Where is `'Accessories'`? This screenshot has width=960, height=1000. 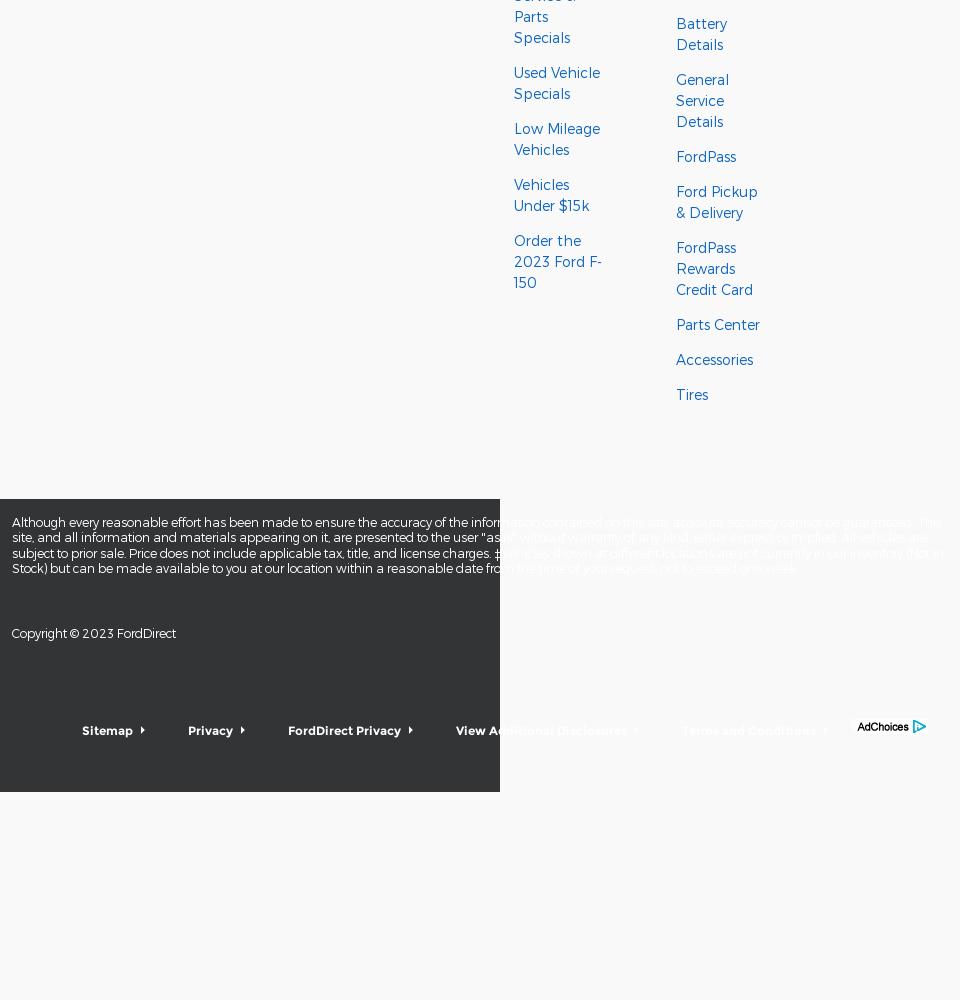
'Accessories' is located at coordinates (714, 358).